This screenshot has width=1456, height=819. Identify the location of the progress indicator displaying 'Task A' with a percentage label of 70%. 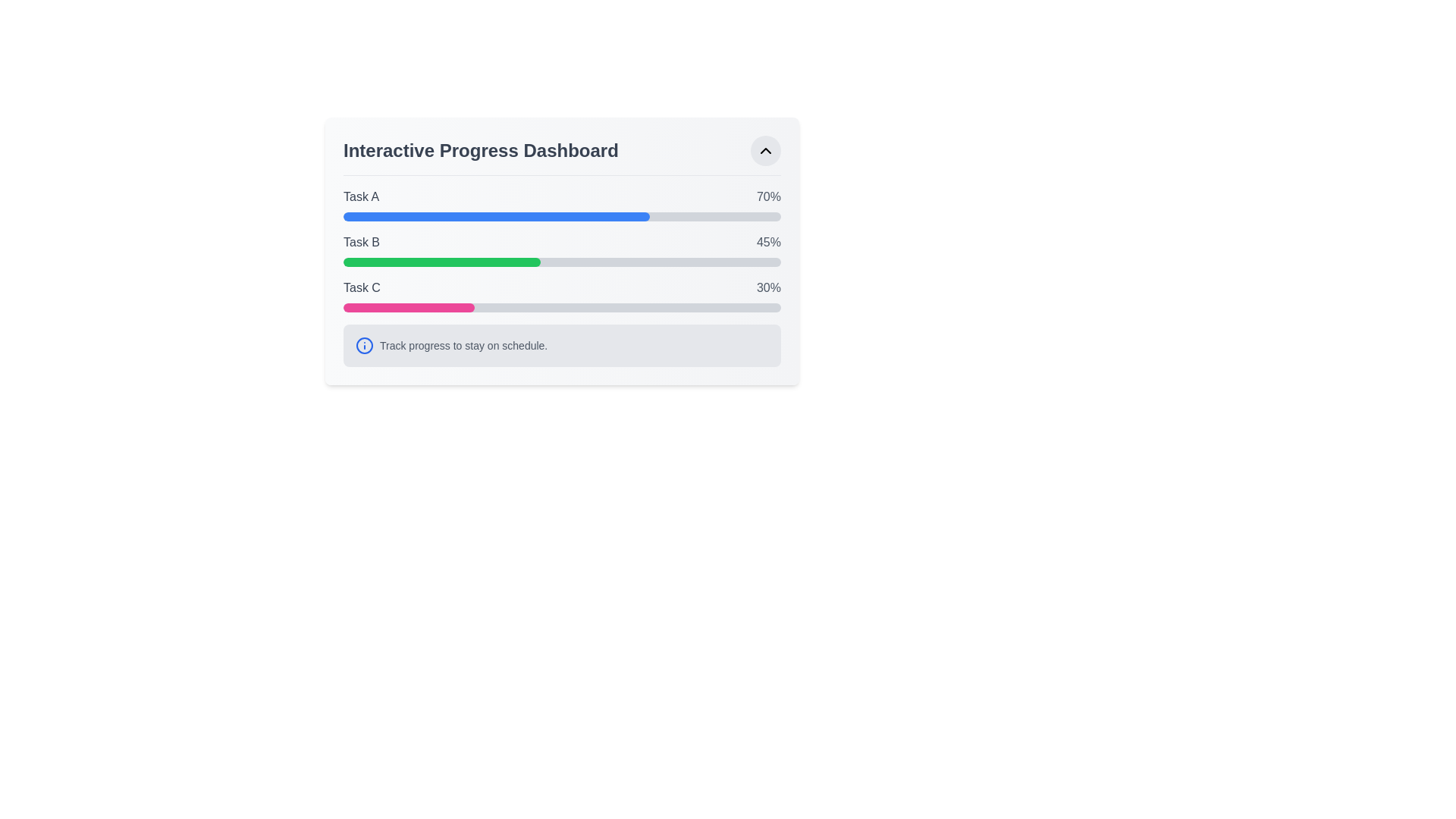
(561, 205).